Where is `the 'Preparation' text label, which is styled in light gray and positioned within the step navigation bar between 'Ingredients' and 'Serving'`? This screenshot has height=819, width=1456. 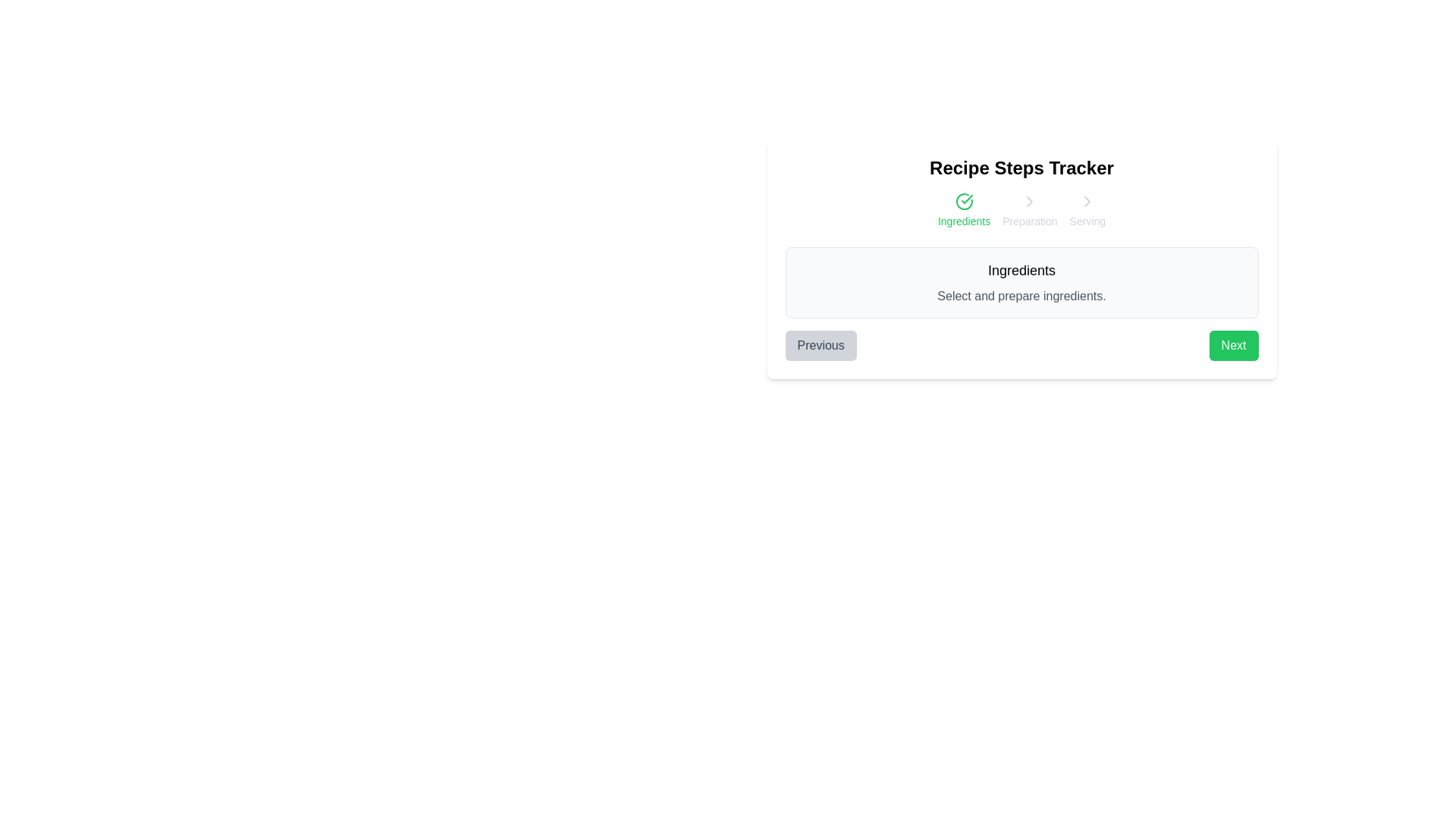 the 'Preparation' text label, which is styled in light gray and positioned within the step navigation bar between 'Ingredients' and 'Serving' is located at coordinates (1030, 221).